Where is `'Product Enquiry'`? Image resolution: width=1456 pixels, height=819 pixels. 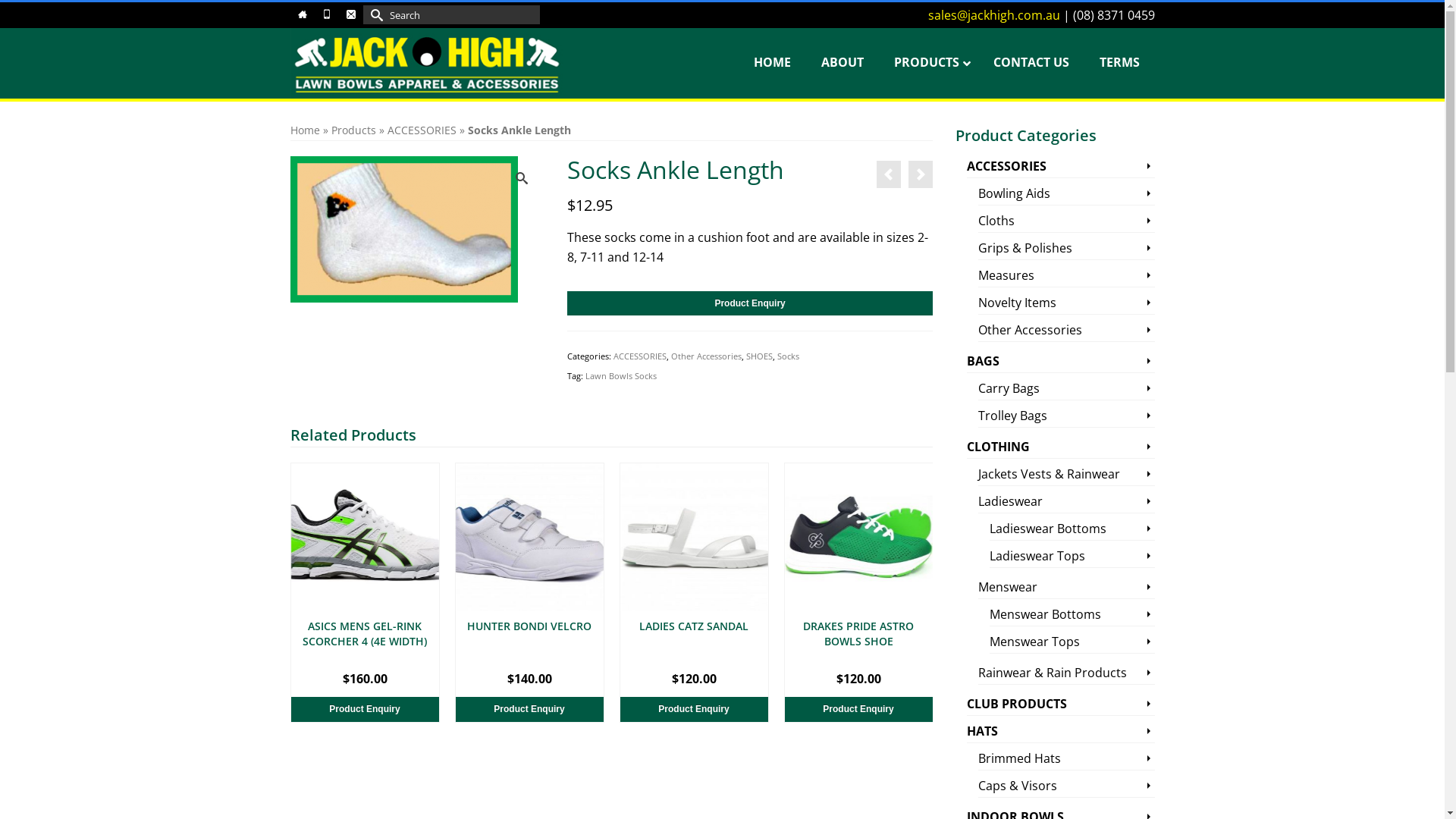
'Product Enquiry' is located at coordinates (529, 709).